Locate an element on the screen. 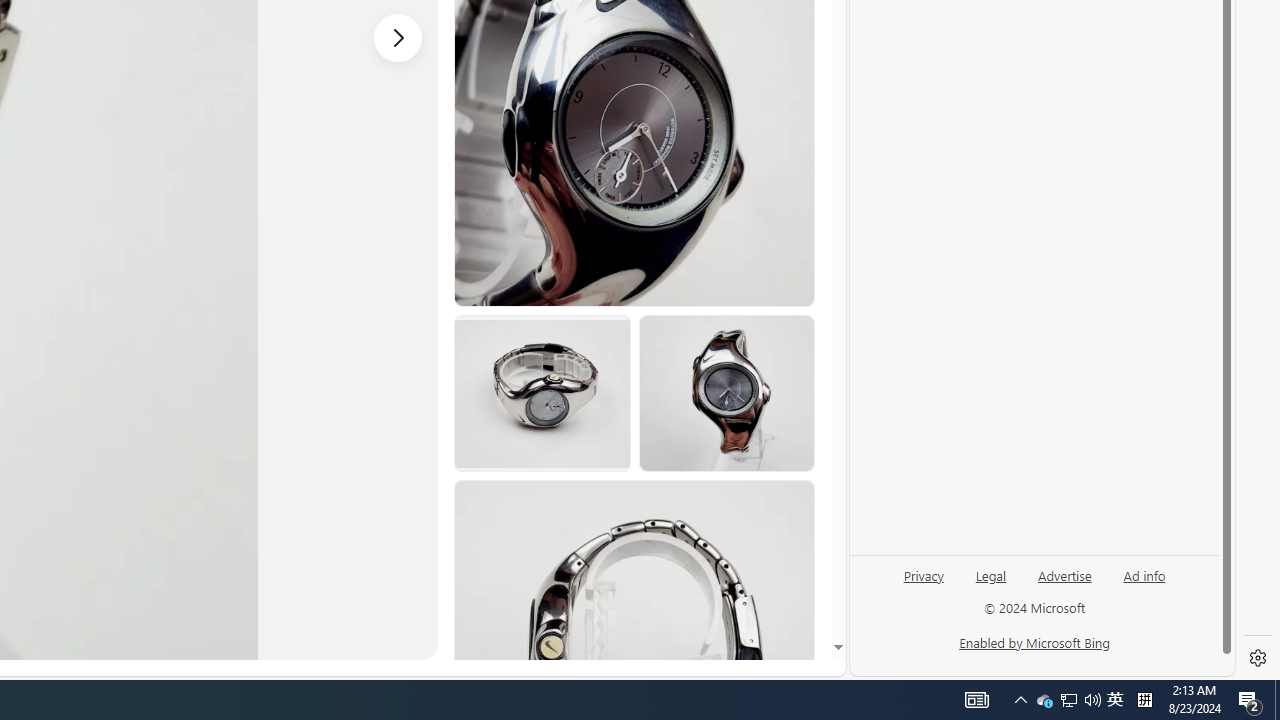 The image size is (1280, 720). 'Advertise' is located at coordinates (1063, 583).